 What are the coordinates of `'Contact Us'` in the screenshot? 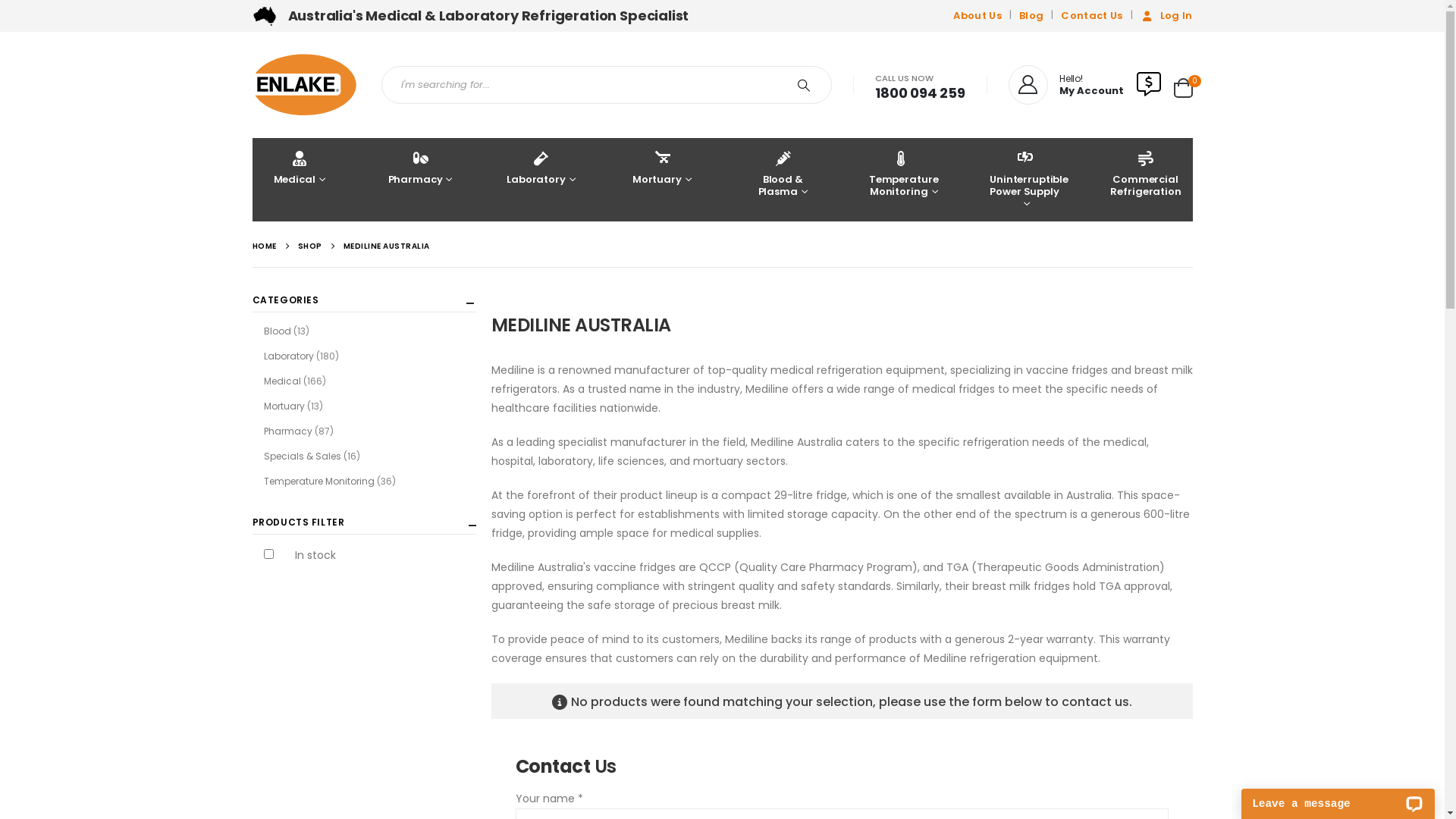 It's located at (1090, 15).